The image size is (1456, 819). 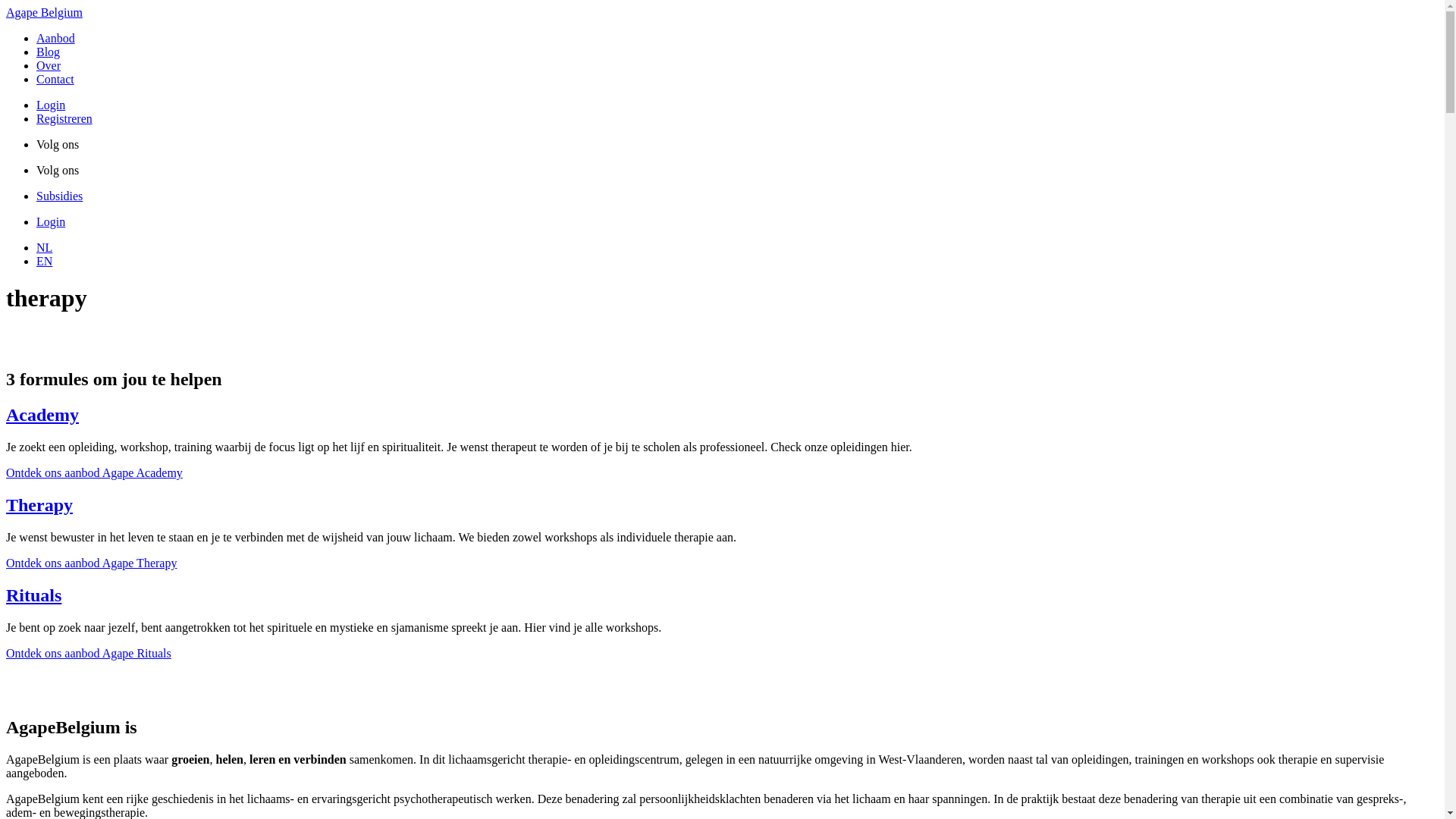 I want to click on 'Rituals', so click(x=33, y=595).